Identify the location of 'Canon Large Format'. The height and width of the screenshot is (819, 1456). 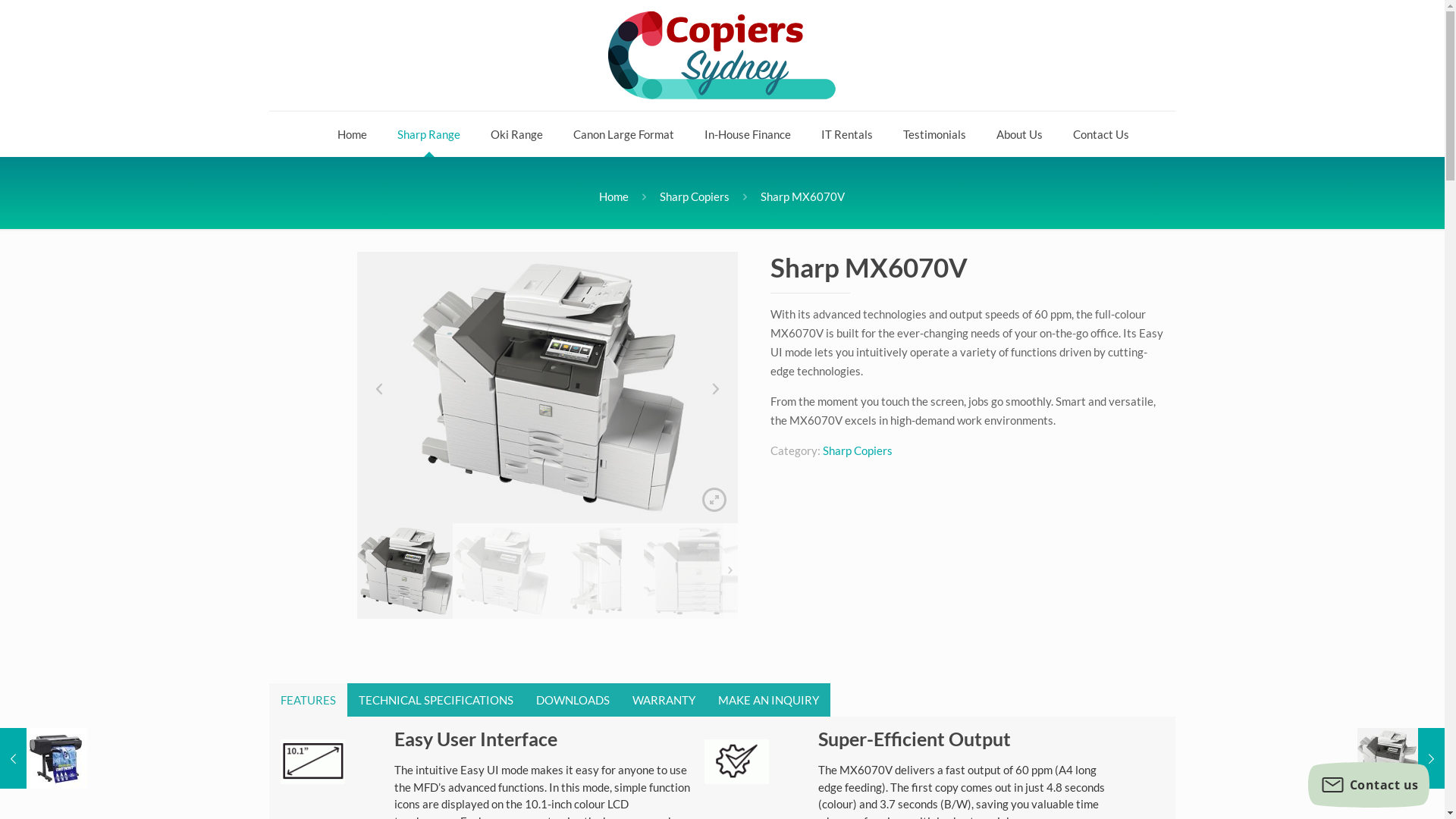
(623, 133).